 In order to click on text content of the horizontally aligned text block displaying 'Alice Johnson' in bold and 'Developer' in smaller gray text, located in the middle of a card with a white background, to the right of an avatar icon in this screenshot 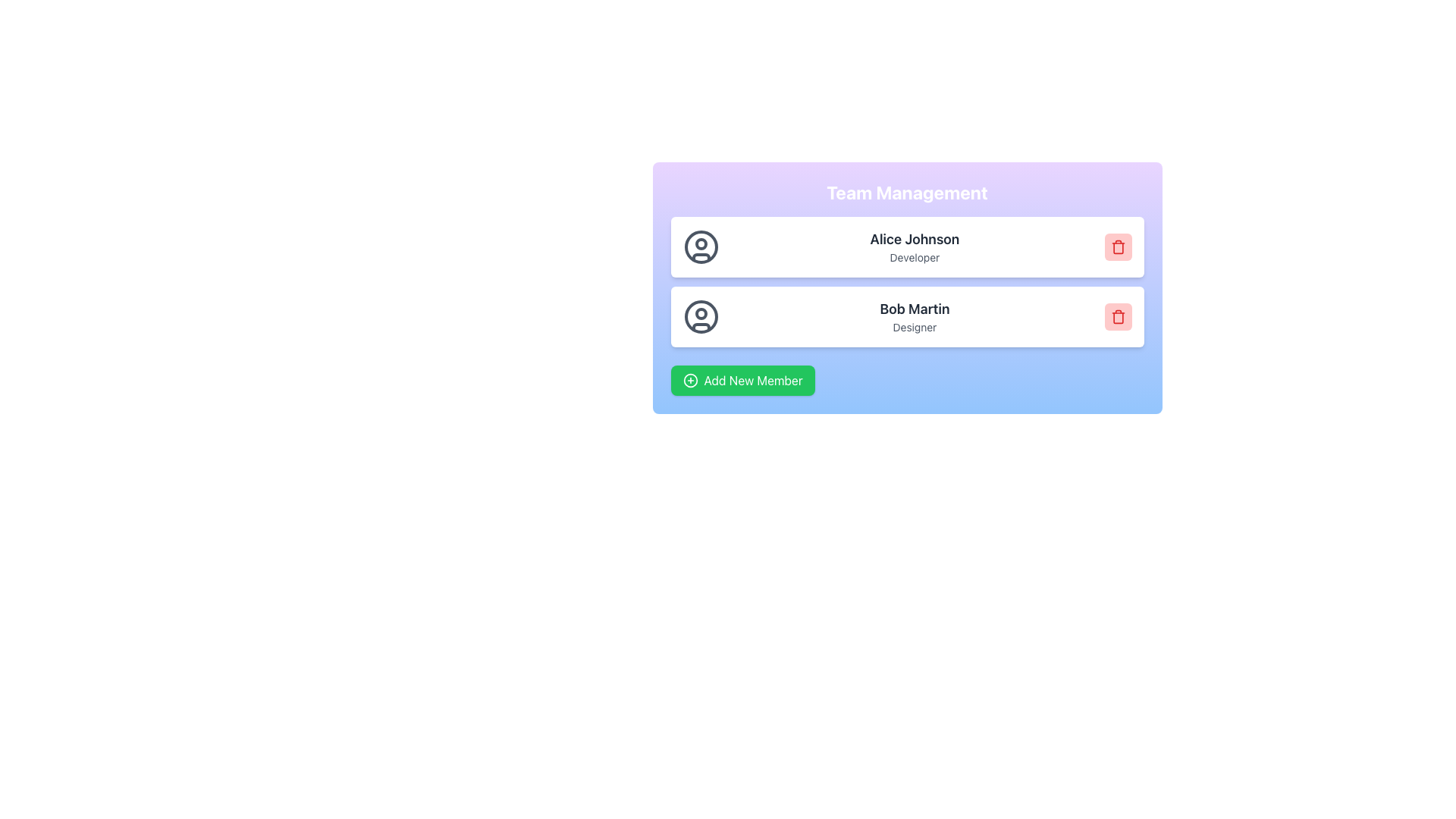, I will do `click(914, 246)`.